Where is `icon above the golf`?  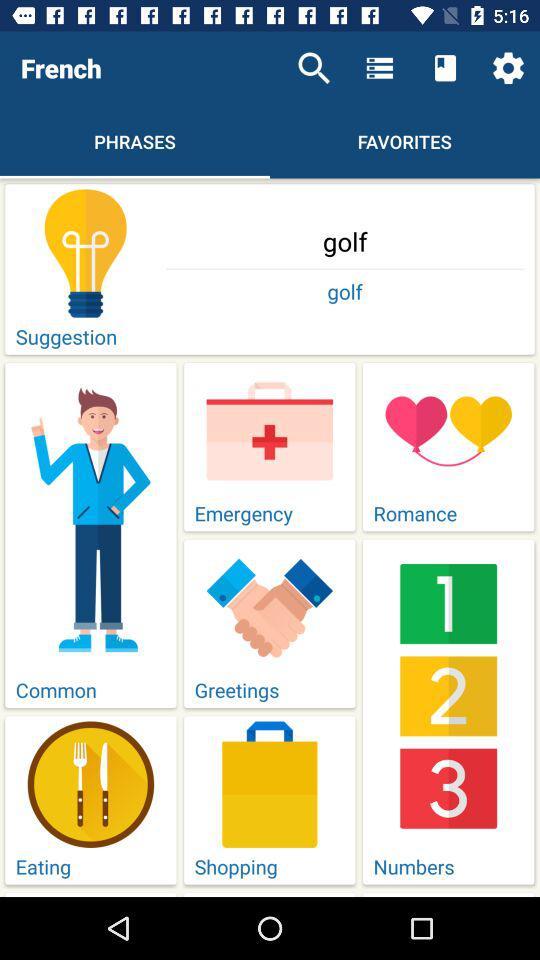
icon above the golf is located at coordinates (508, 68).